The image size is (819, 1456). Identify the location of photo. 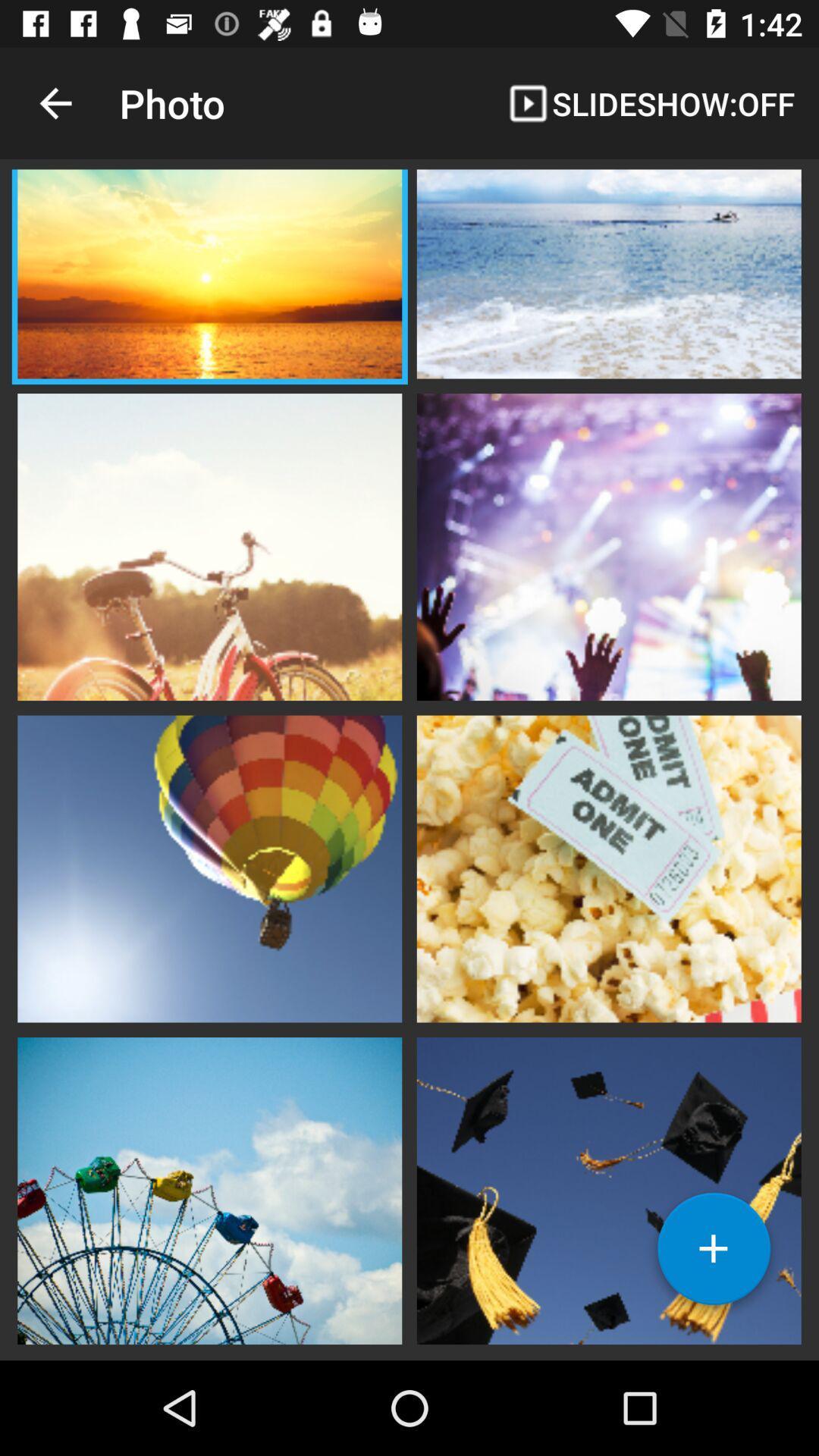
(209, 867).